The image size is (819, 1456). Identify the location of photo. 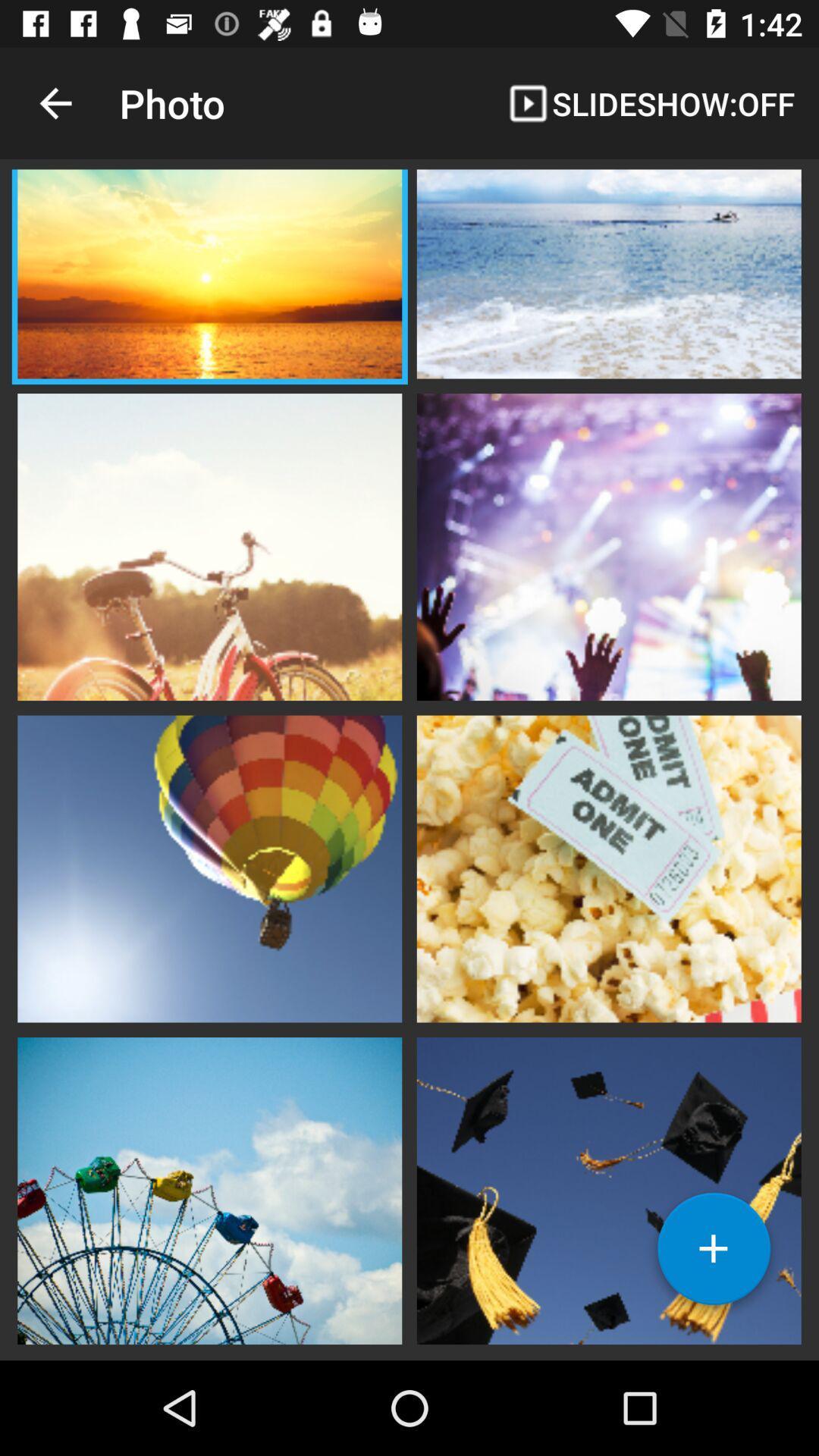
(209, 867).